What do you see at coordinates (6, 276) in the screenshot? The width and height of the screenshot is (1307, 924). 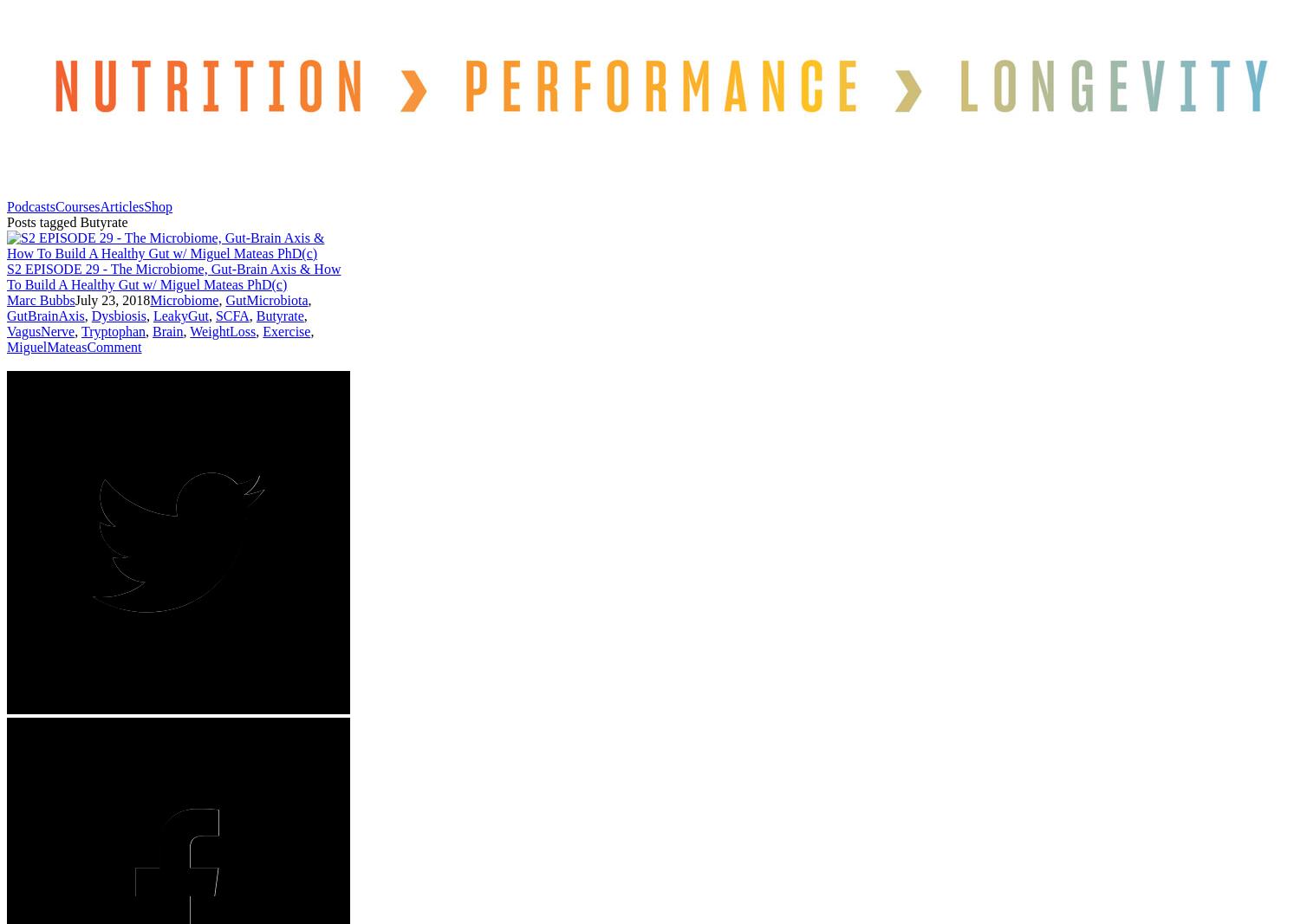 I see `'S2 EPISODE 29 - The Microbiome, Gut-Brain Axis & How To Build A Healthy Gut w/ Miguel Mateas PhD(c)'` at bounding box center [6, 276].